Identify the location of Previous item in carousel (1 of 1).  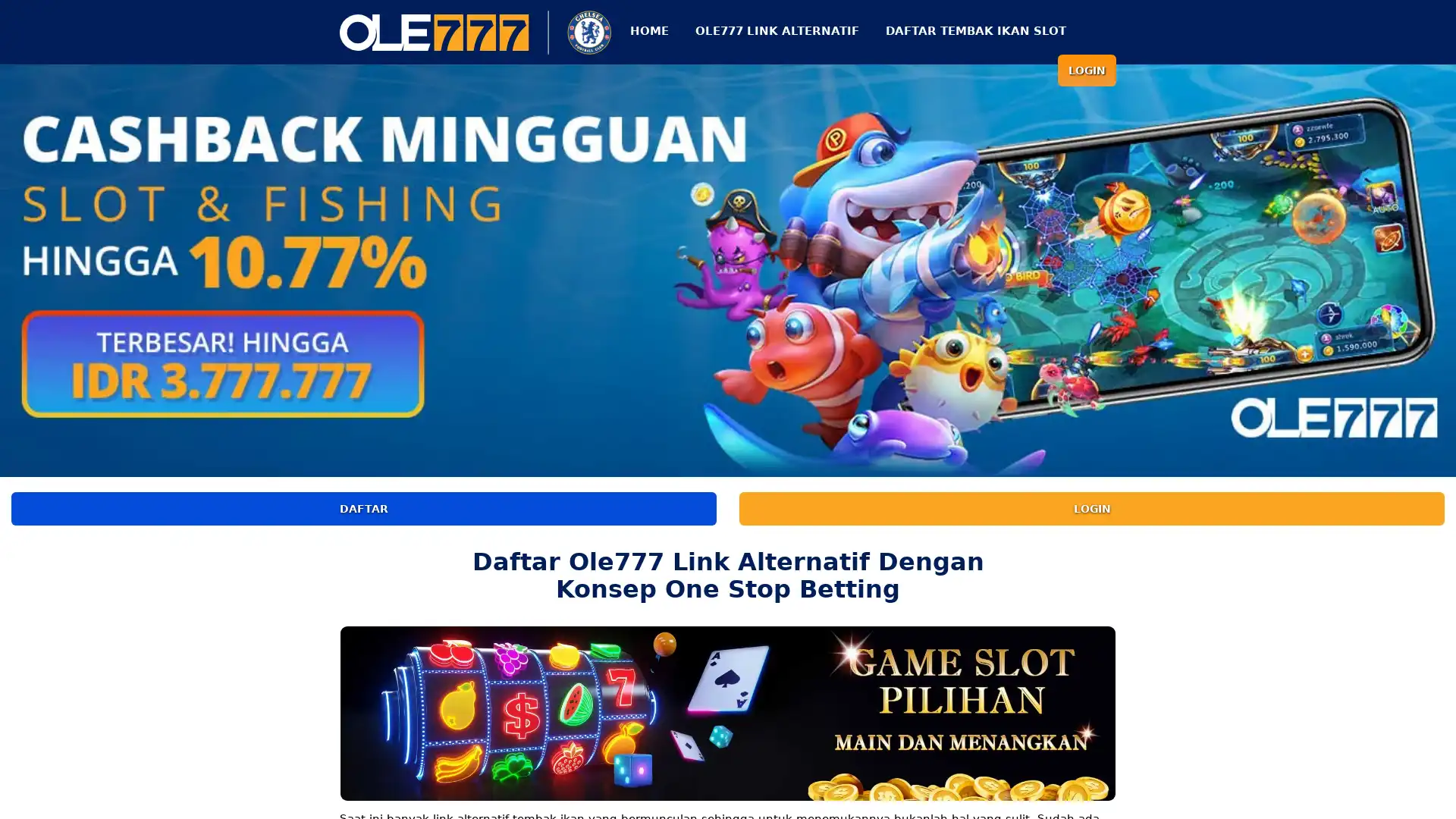
(12, 267).